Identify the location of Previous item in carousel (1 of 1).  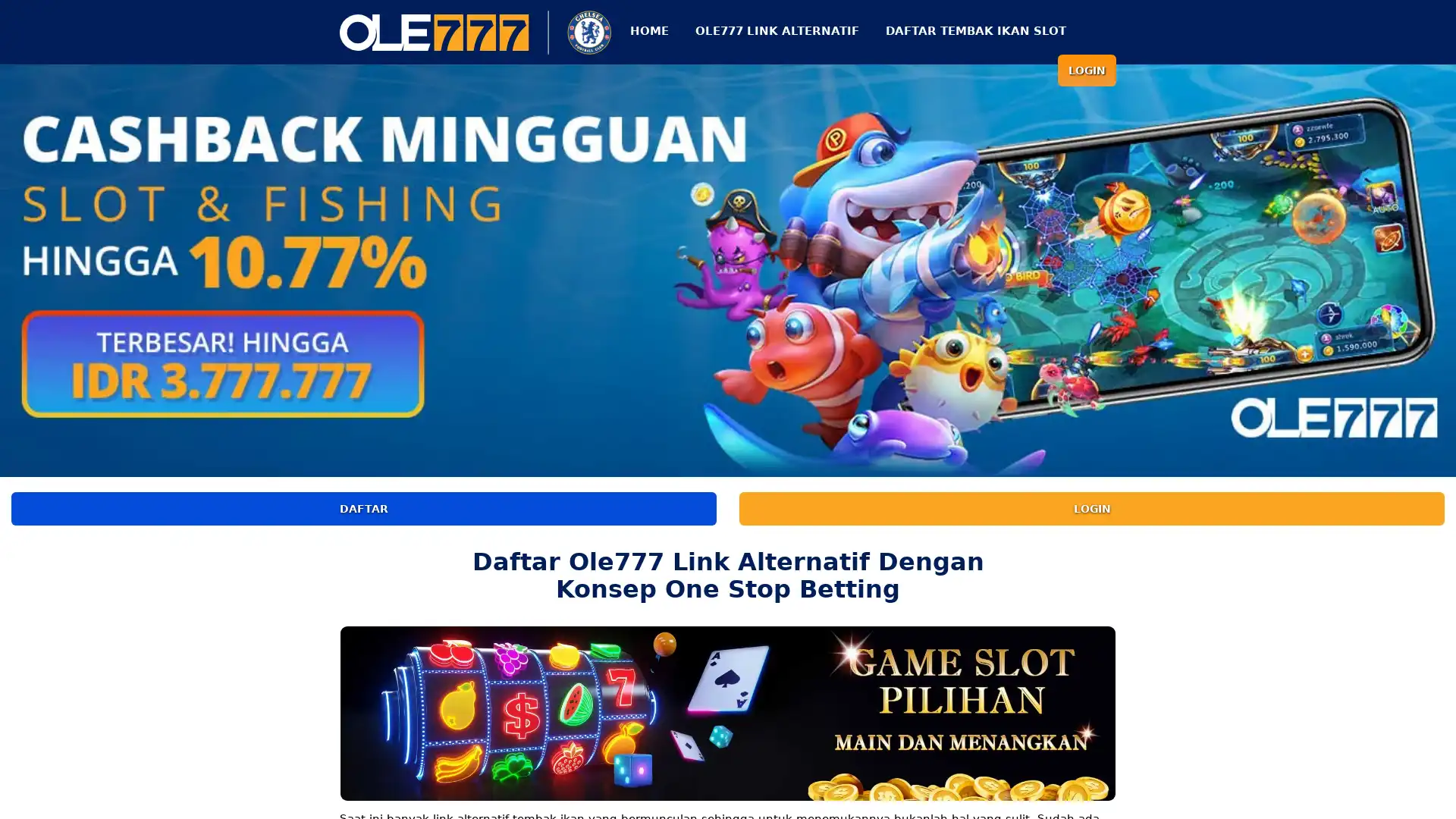
(12, 267).